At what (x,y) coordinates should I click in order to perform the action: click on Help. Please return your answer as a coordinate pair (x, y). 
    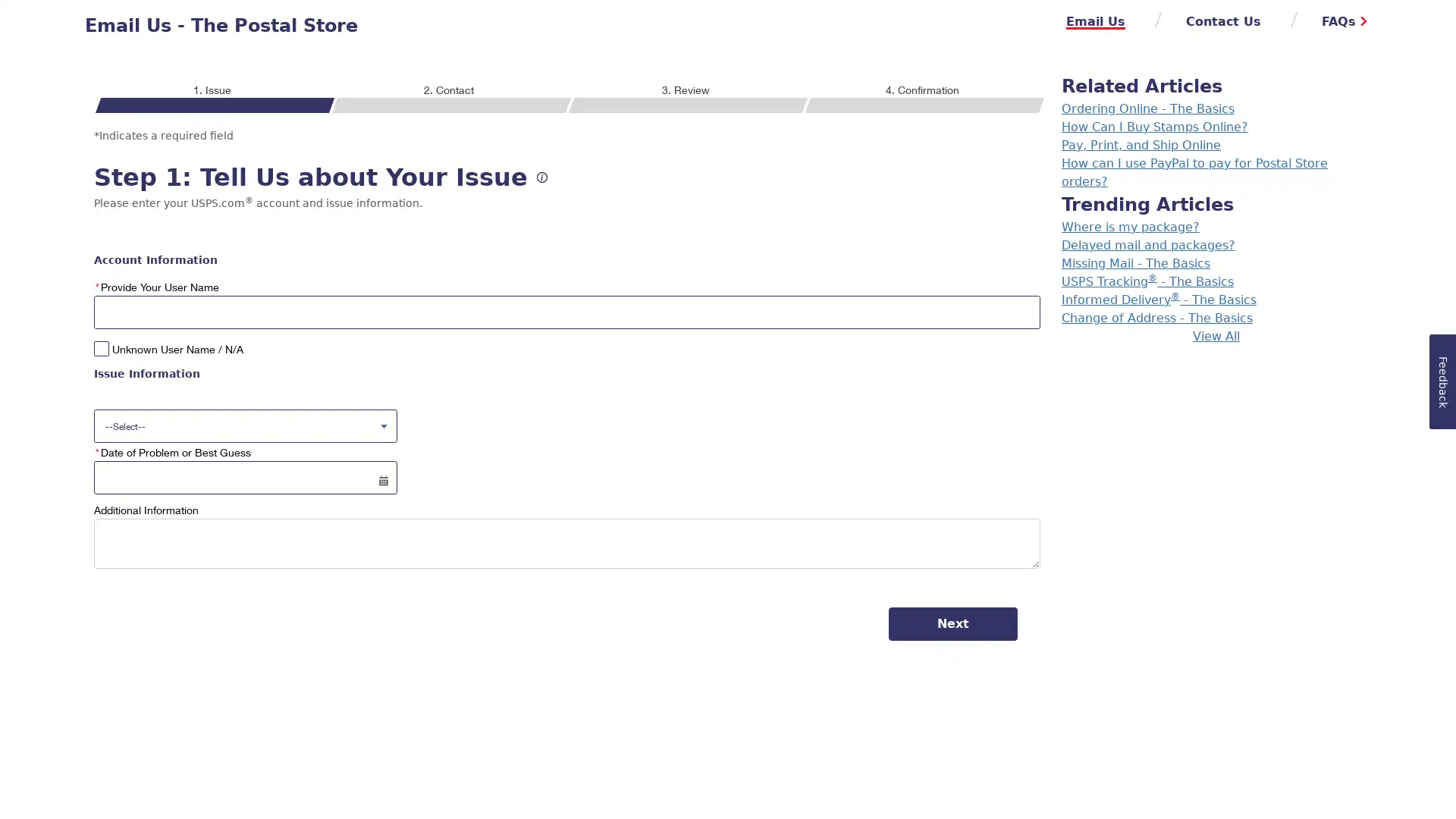
    Looking at the image, I should click on (539, 174).